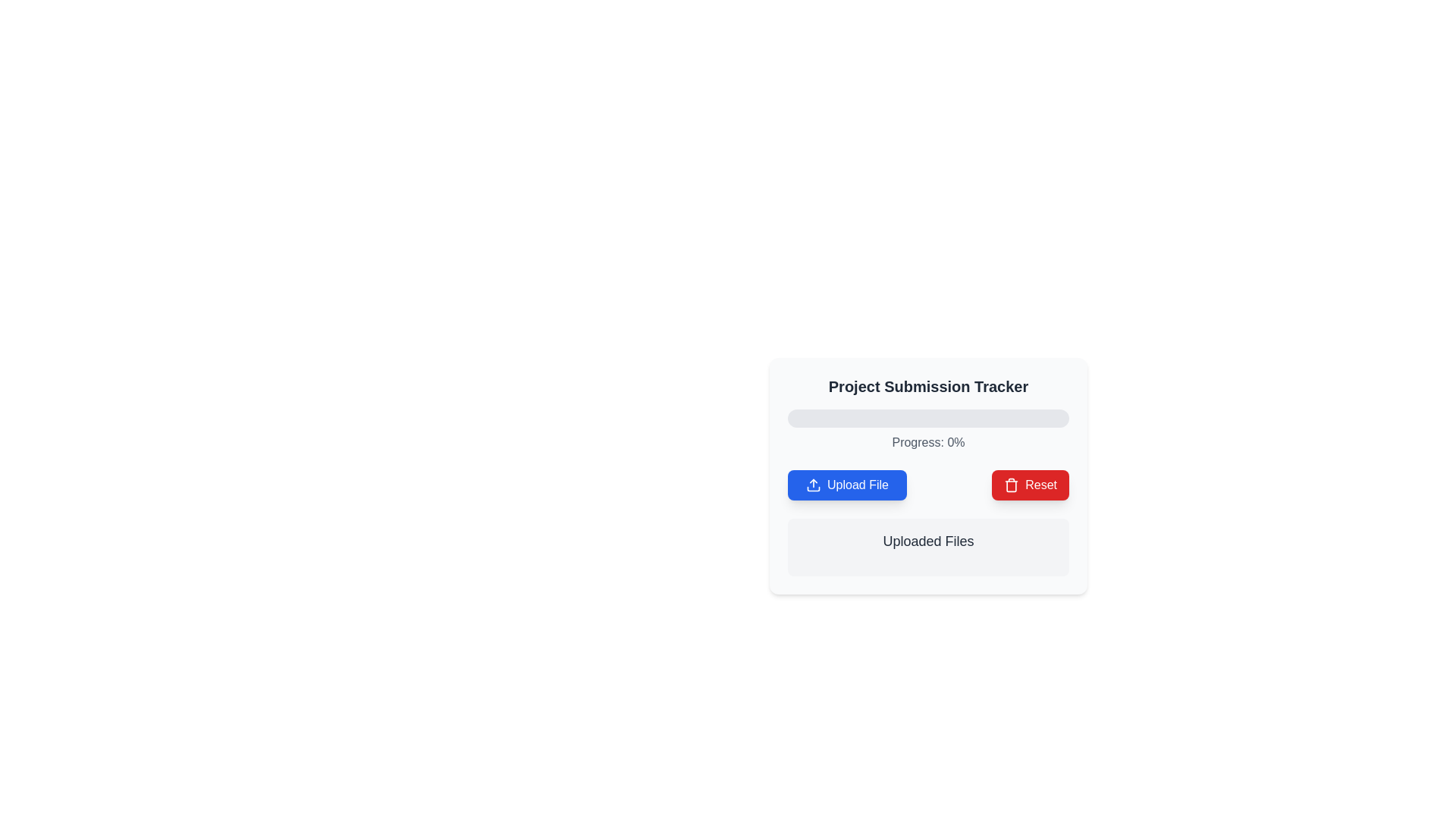 Image resolution: width=1456 pixels, height=819 pixels. I want to click on the reset button located to the right of the 'Upload File' button in the 'Project Submission Tracker' interface to reset the progress or state related to file uploads, so click(1030, 485).